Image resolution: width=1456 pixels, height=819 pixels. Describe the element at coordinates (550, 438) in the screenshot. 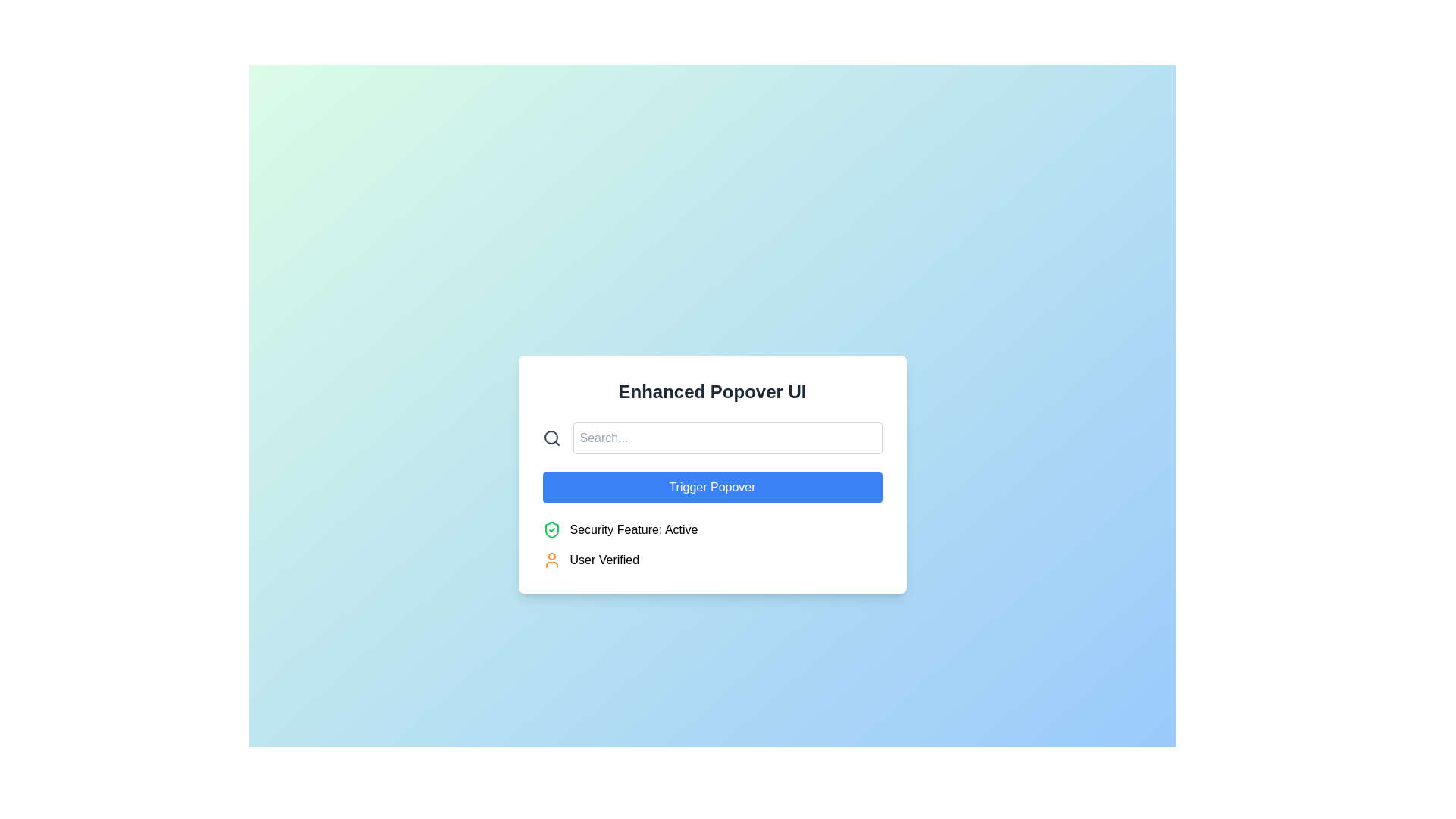

I see `the circular lens part of the search icon, which visually enhances the representation of the search function` at that location.